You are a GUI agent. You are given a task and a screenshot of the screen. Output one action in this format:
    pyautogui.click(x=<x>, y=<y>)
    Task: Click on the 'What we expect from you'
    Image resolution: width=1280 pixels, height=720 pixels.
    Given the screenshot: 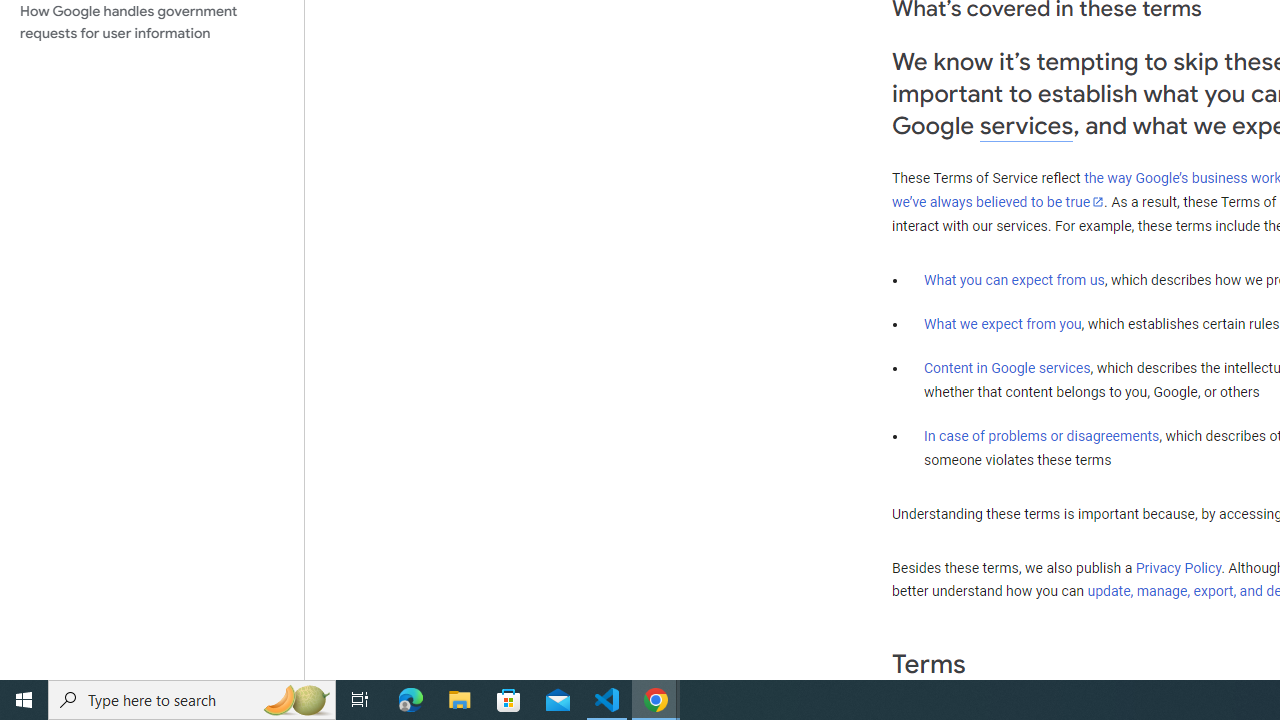 What is the action you would take?
    pyautogui.click(x=1002, y=323)
    